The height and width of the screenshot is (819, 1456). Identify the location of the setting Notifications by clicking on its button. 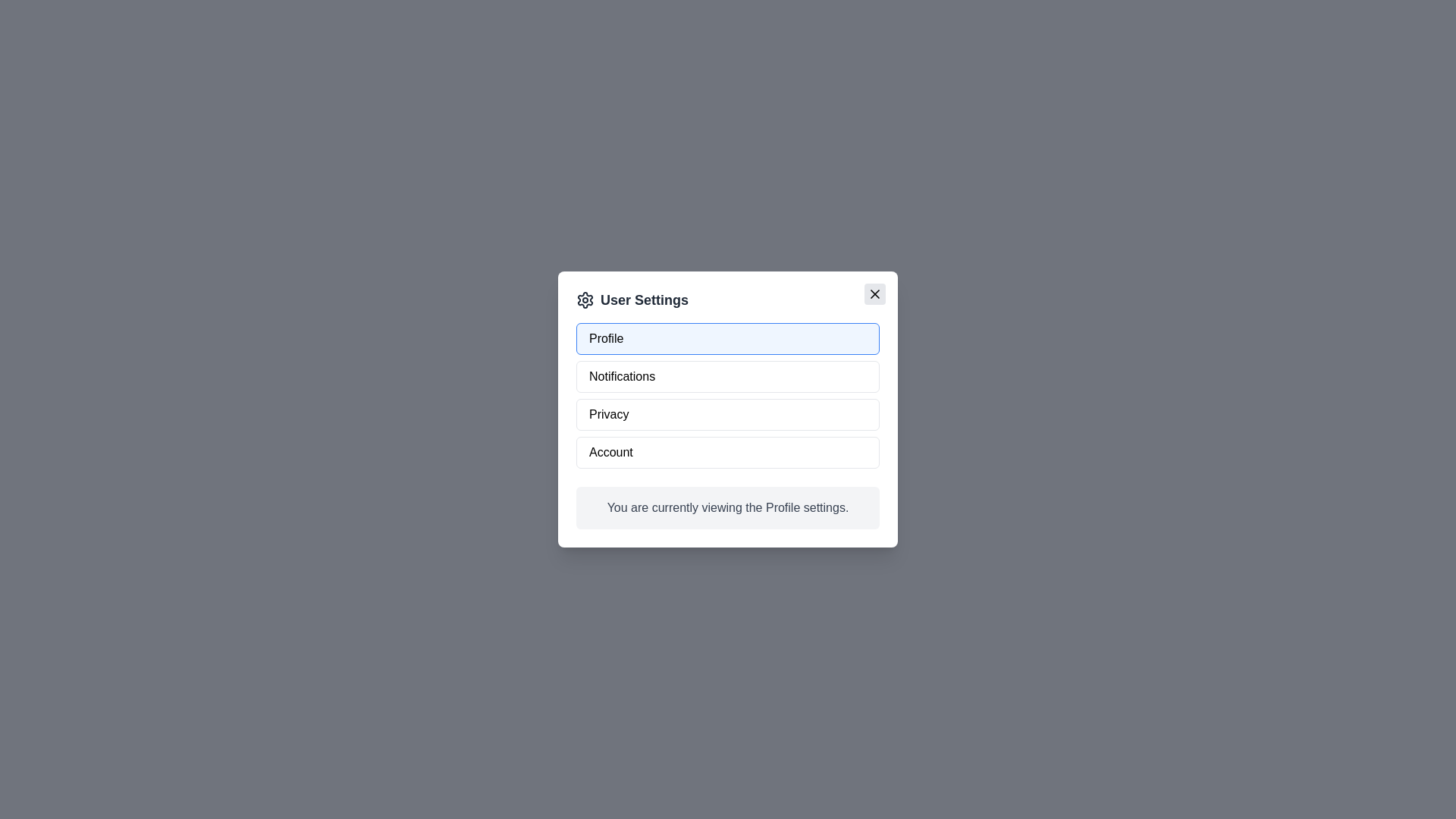
(728, 376).